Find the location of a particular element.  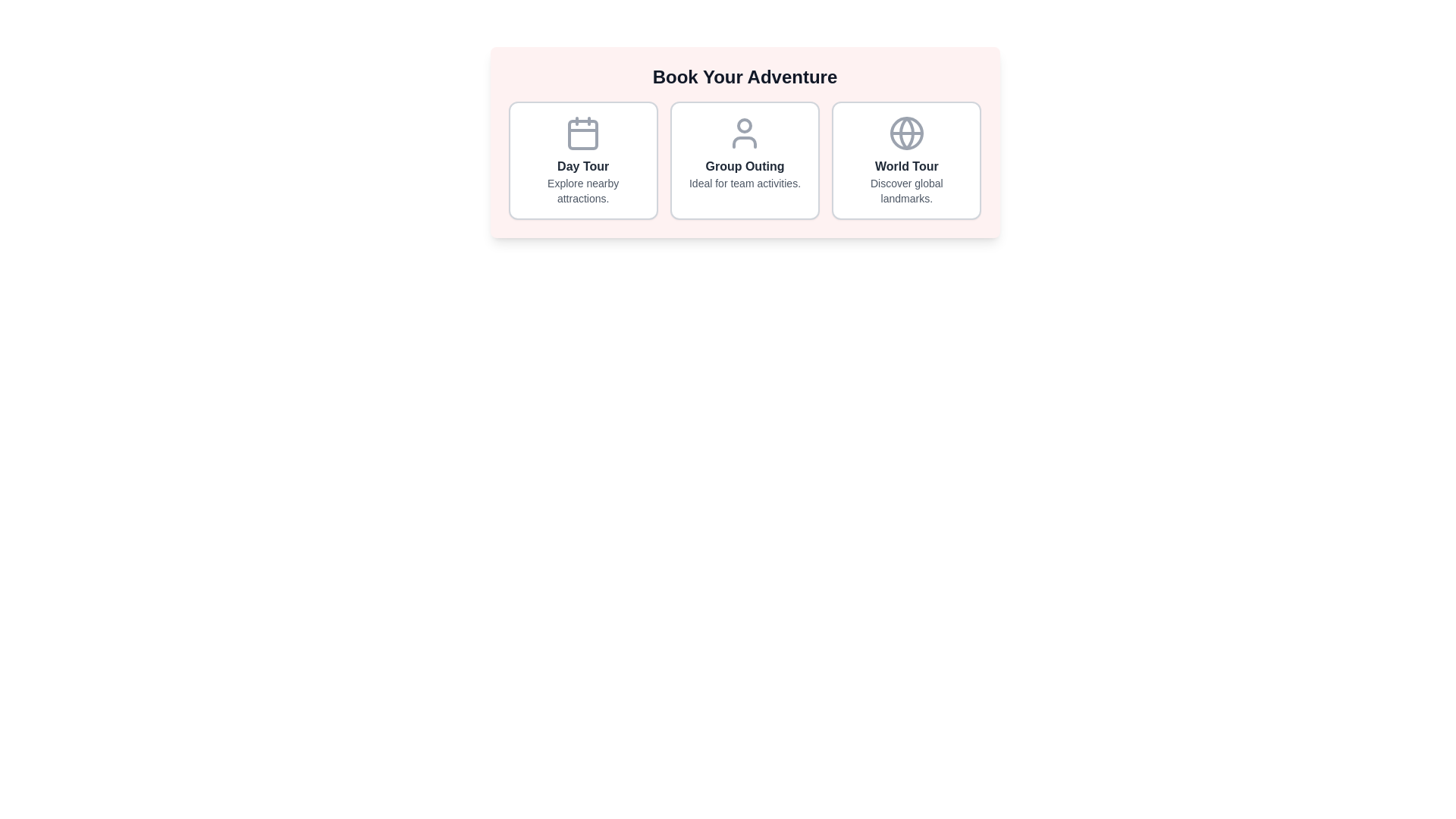

the text display that says 'Explore nearby attractions.' which is styled in a smaller gray font and located below the 'Day Tour' heading is located at coordinates (582, 190).